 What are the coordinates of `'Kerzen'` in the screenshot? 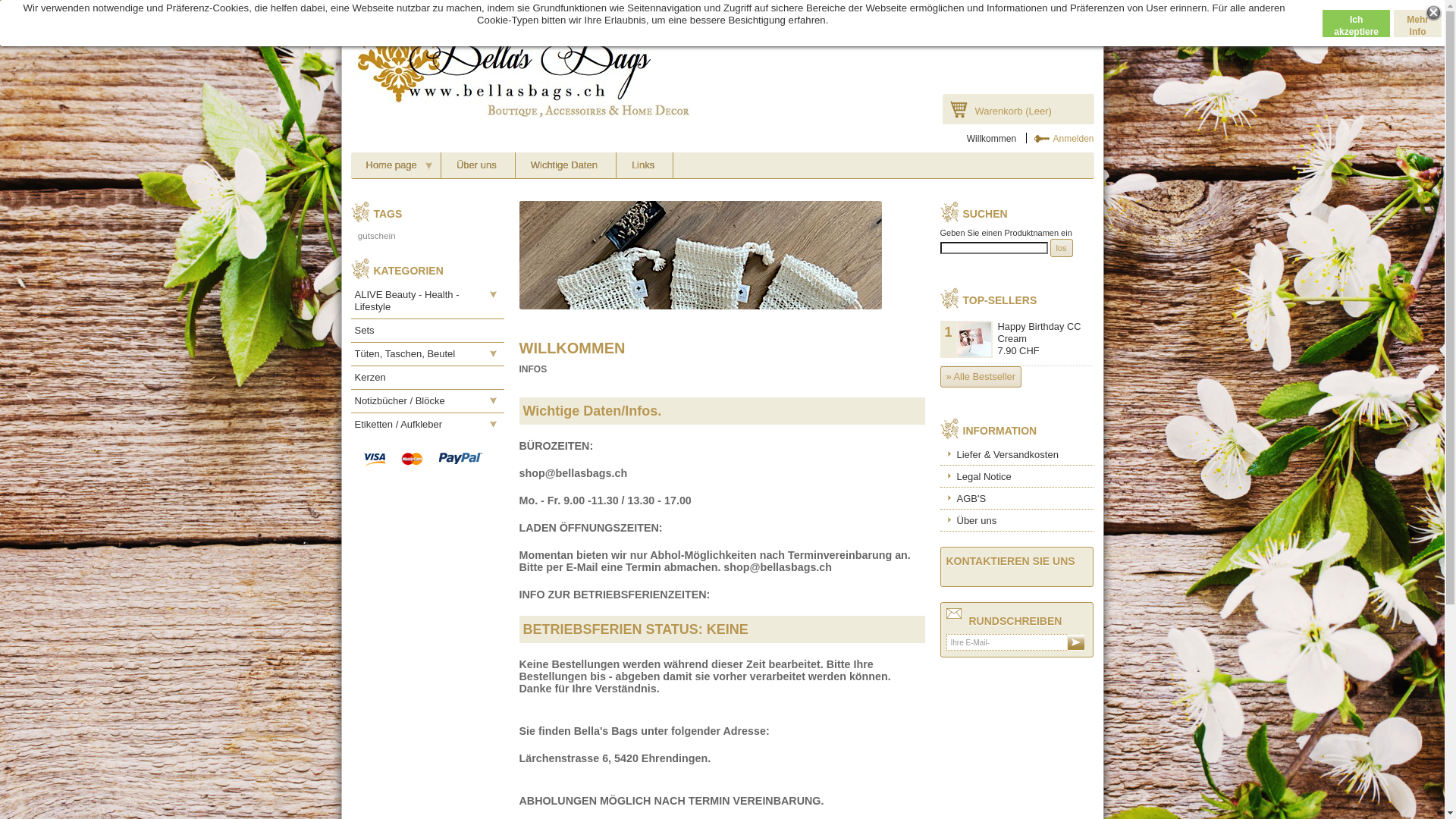 It's located at (425, 376).